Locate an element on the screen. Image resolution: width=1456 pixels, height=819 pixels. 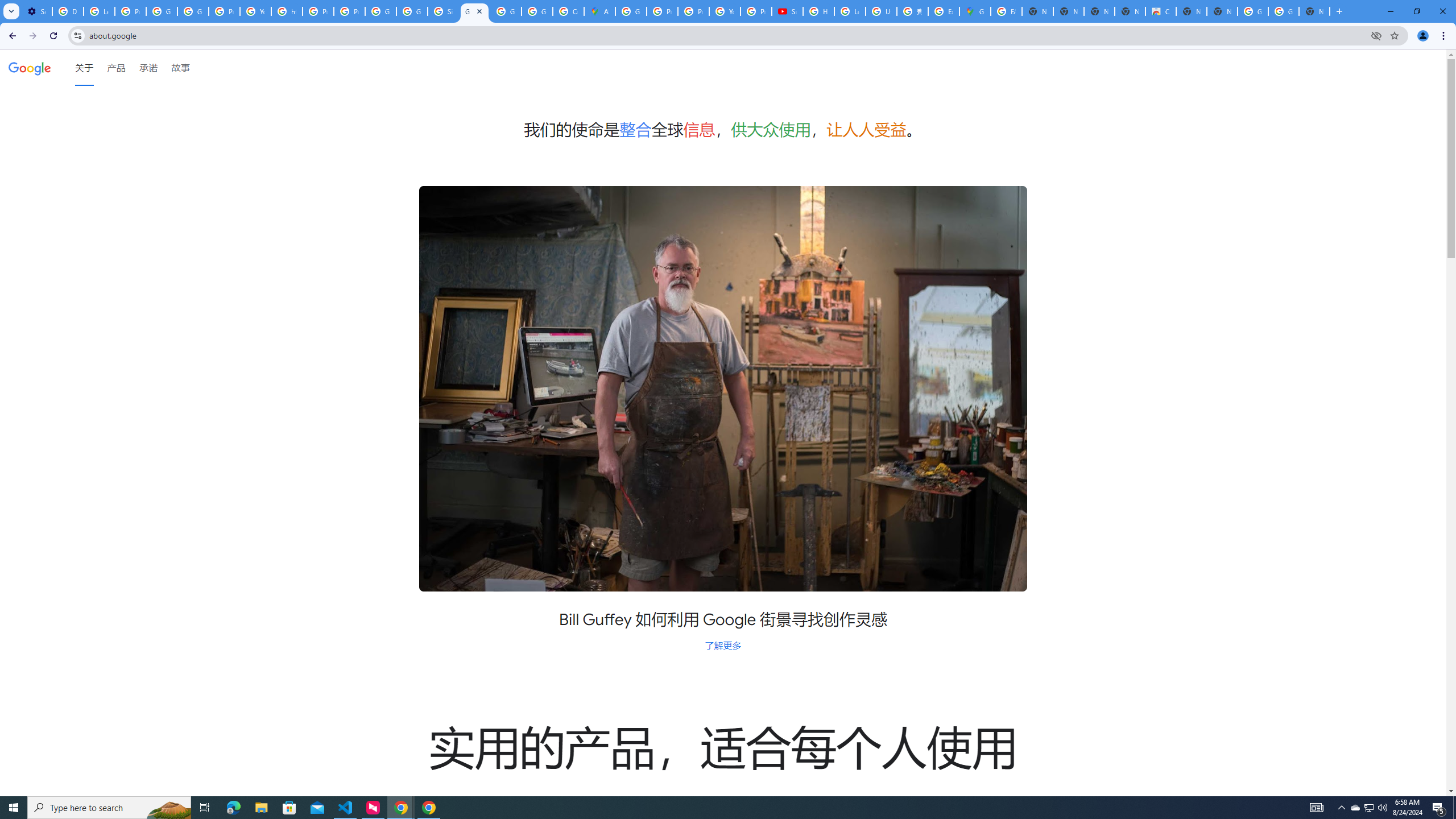
'Subscriptions - YouTube' is located at coordinates (787, 11).